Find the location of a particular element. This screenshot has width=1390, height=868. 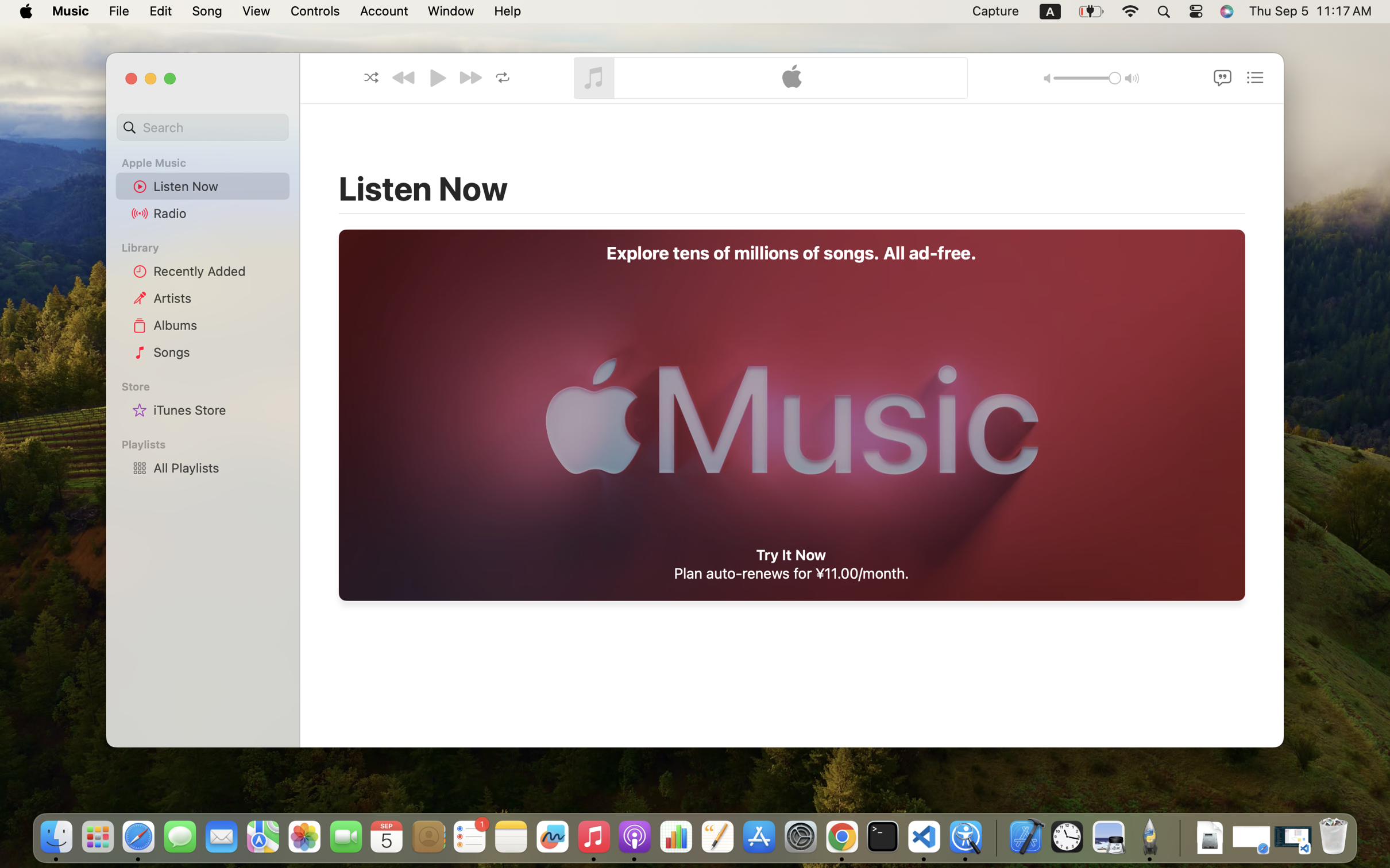

'Songs' is located at coordinates (218, 351).